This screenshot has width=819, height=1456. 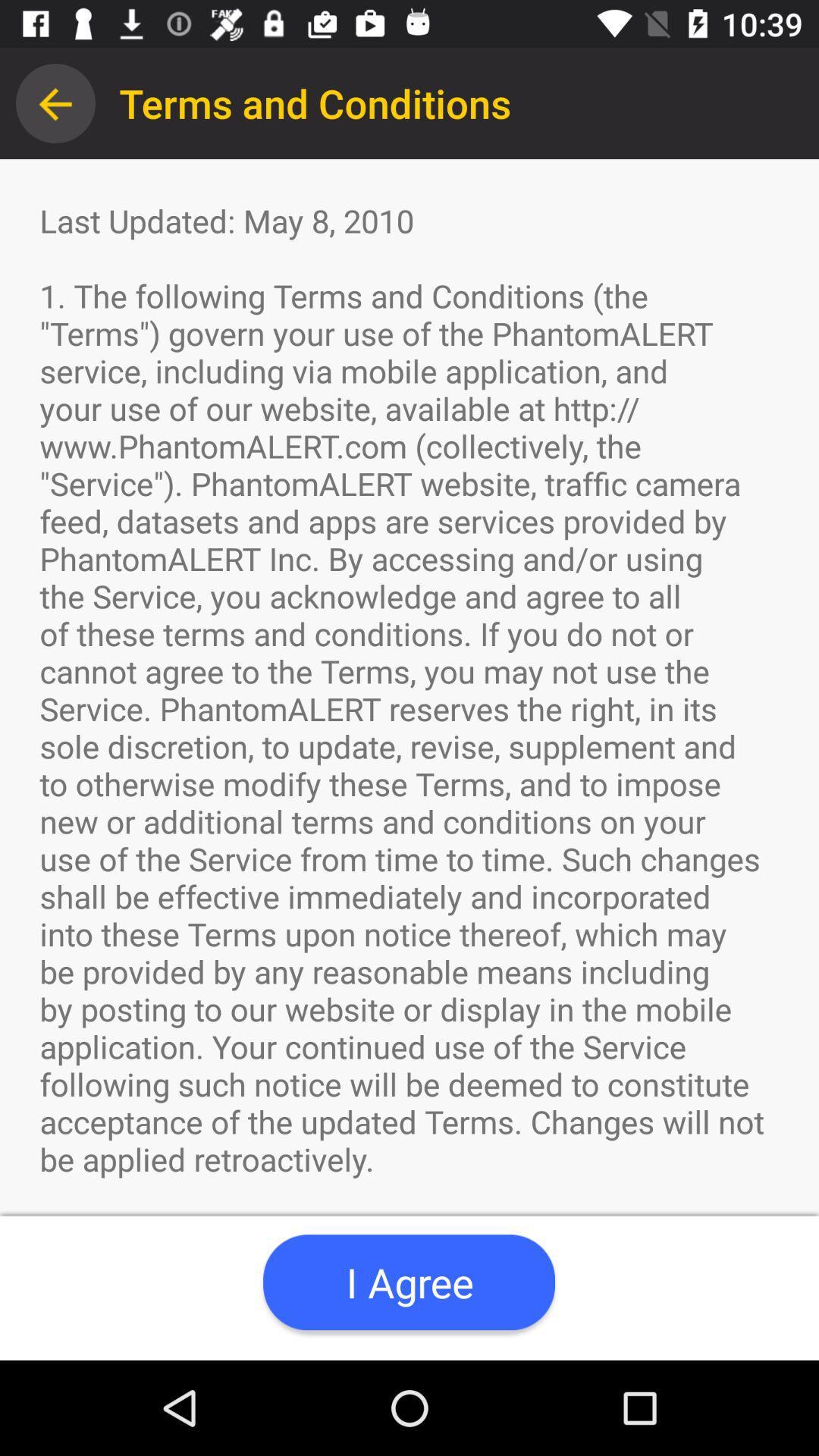 What do you see at coordinates (408, 1282) in the screenshot?
I see `i agree icon` at bounding box center [408, 1282].